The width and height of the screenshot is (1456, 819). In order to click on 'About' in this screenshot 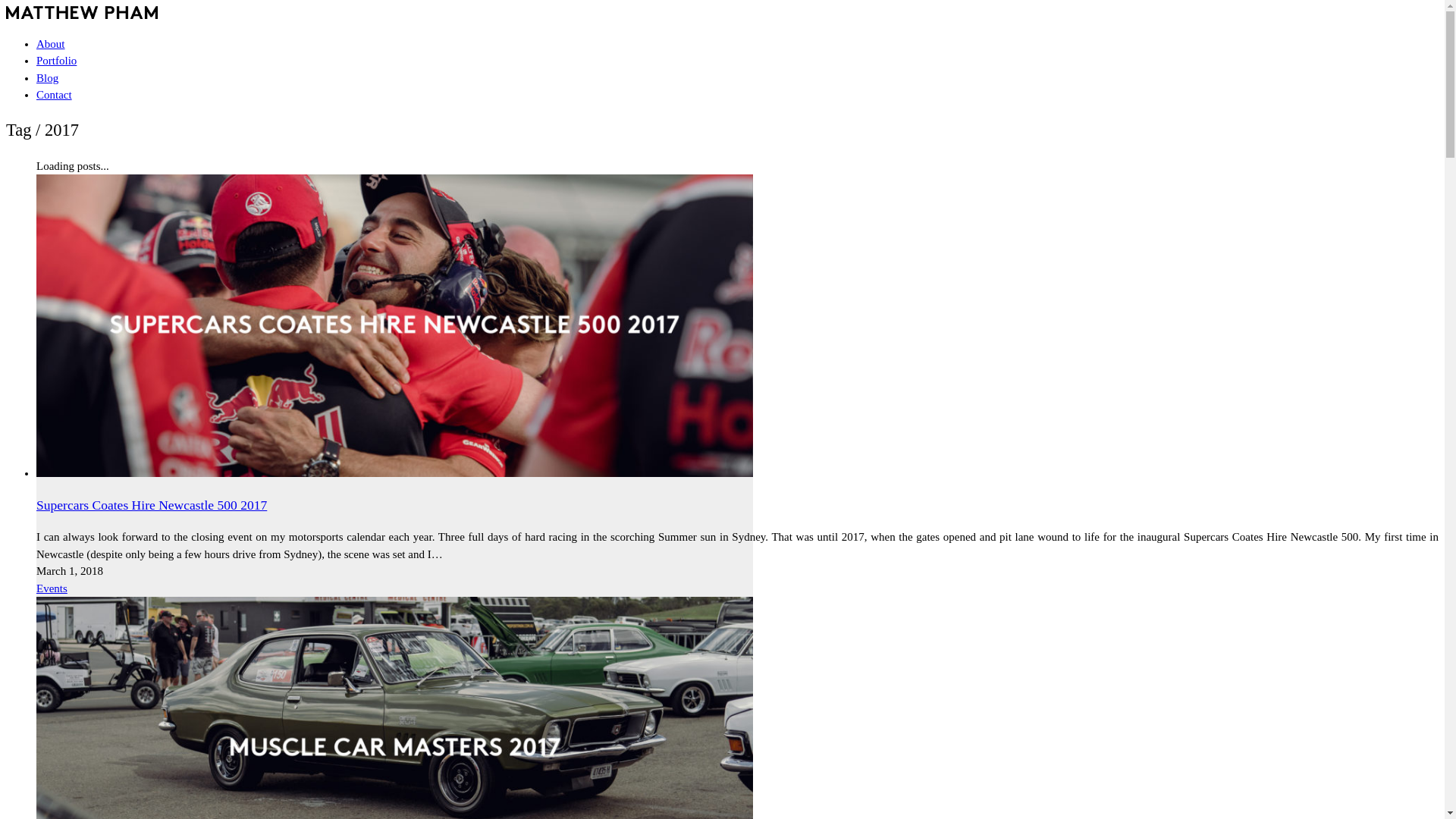, I will do `click(51, 42)`.